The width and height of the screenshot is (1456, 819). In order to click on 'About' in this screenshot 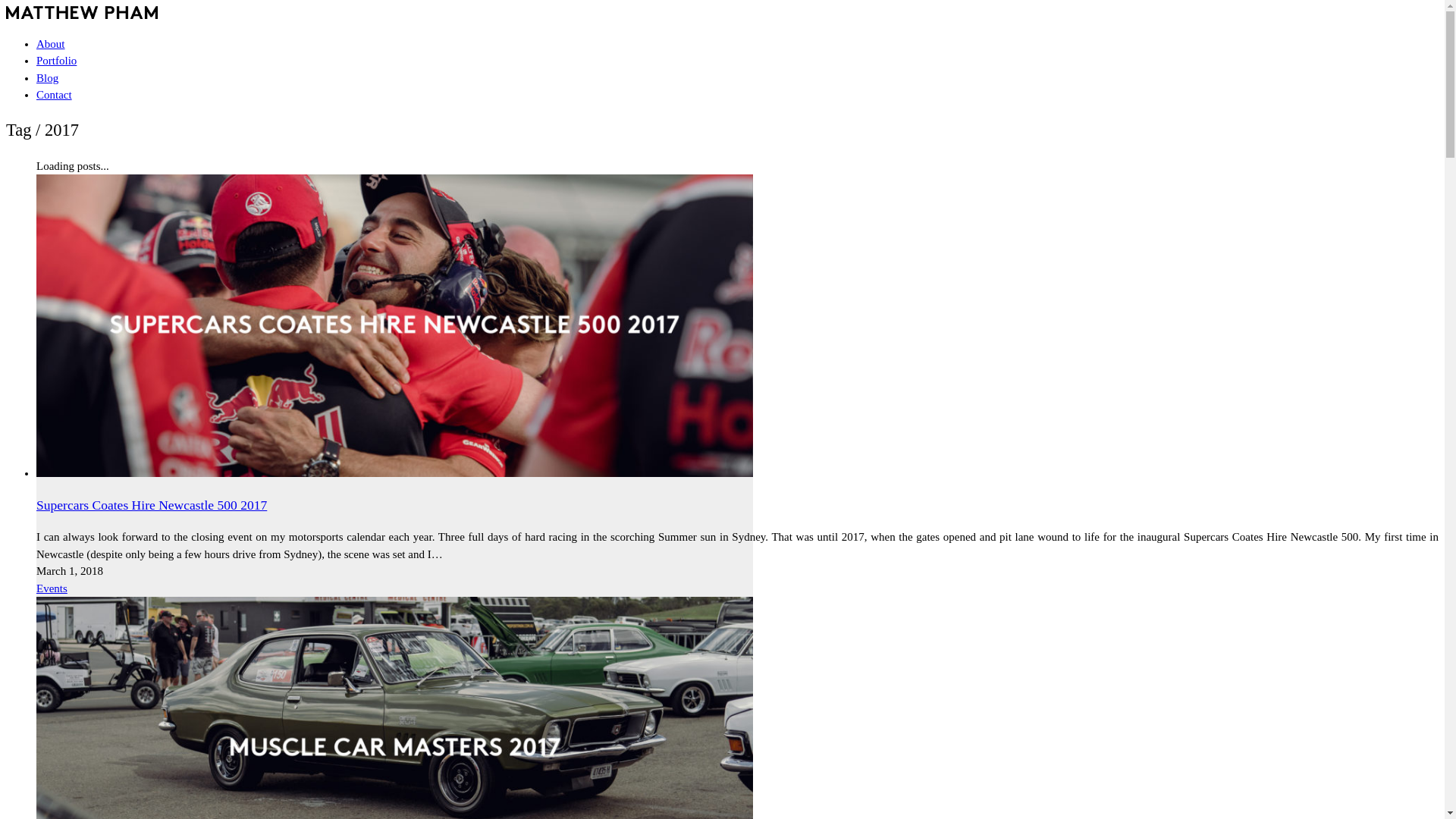, I will do `click(51, 42)`.